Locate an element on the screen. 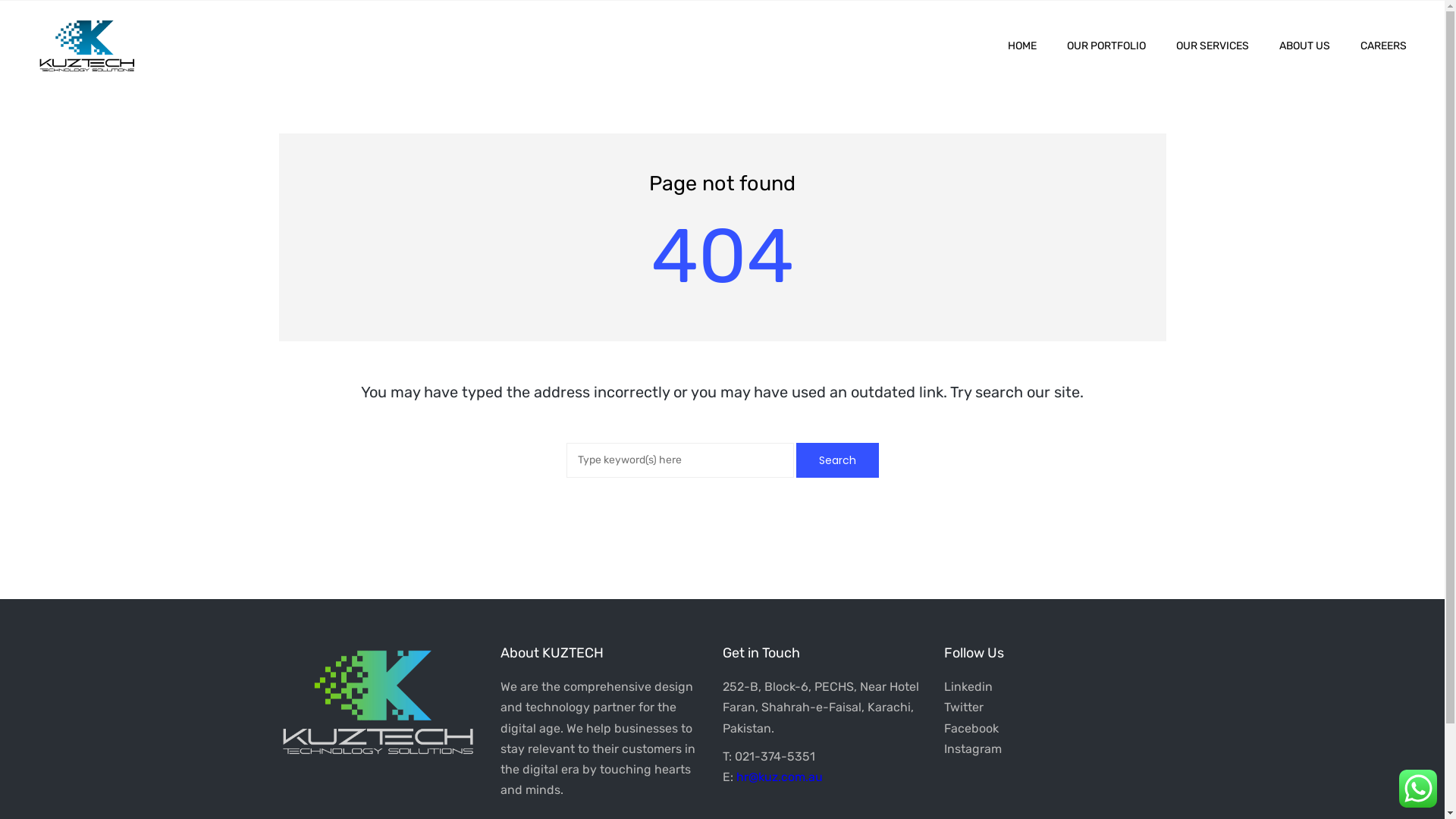  'HOME' is located at coordinates (1022, 45).